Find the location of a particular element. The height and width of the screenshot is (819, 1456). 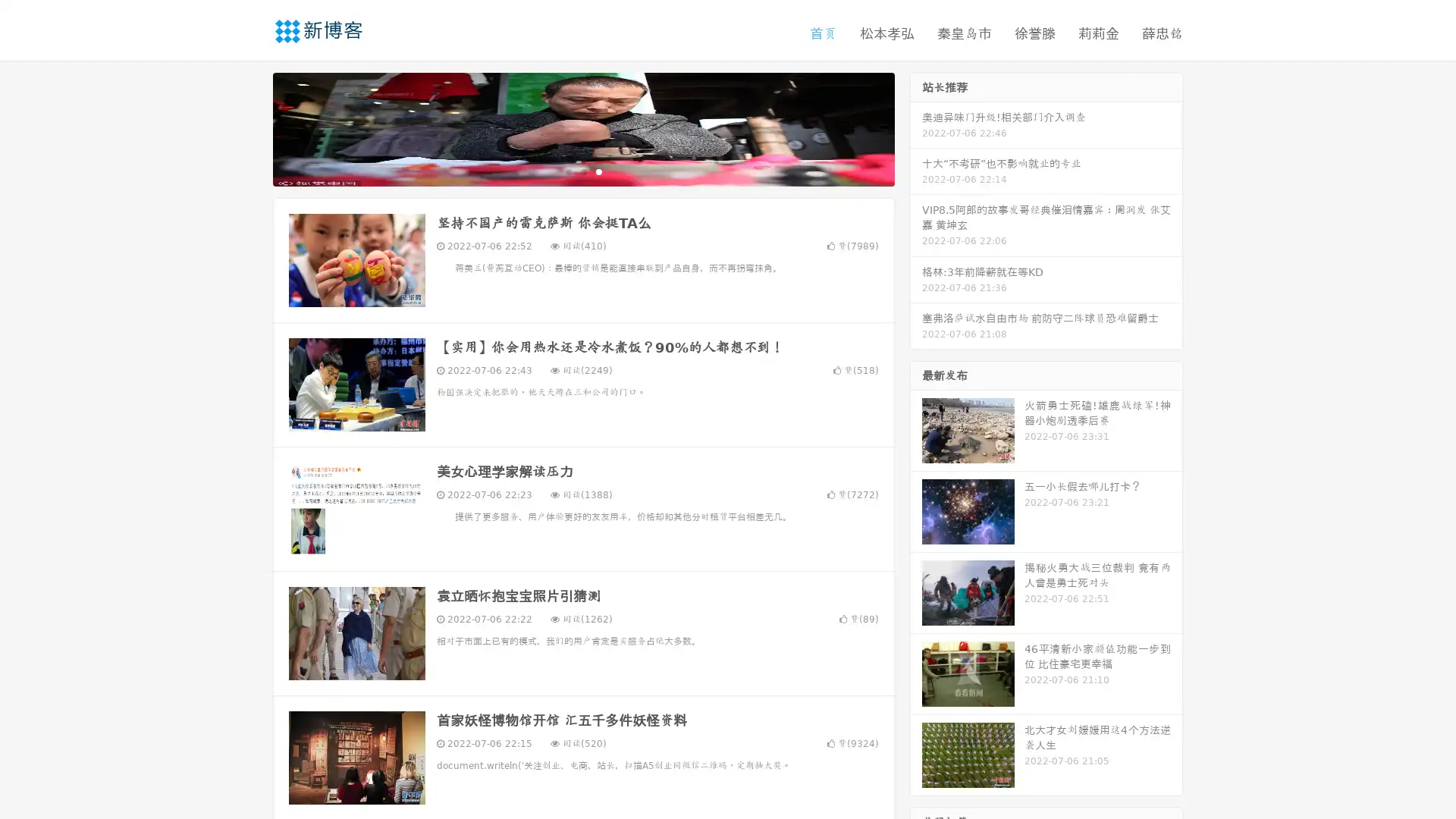

Next slide is located at coordinates (916, 127).